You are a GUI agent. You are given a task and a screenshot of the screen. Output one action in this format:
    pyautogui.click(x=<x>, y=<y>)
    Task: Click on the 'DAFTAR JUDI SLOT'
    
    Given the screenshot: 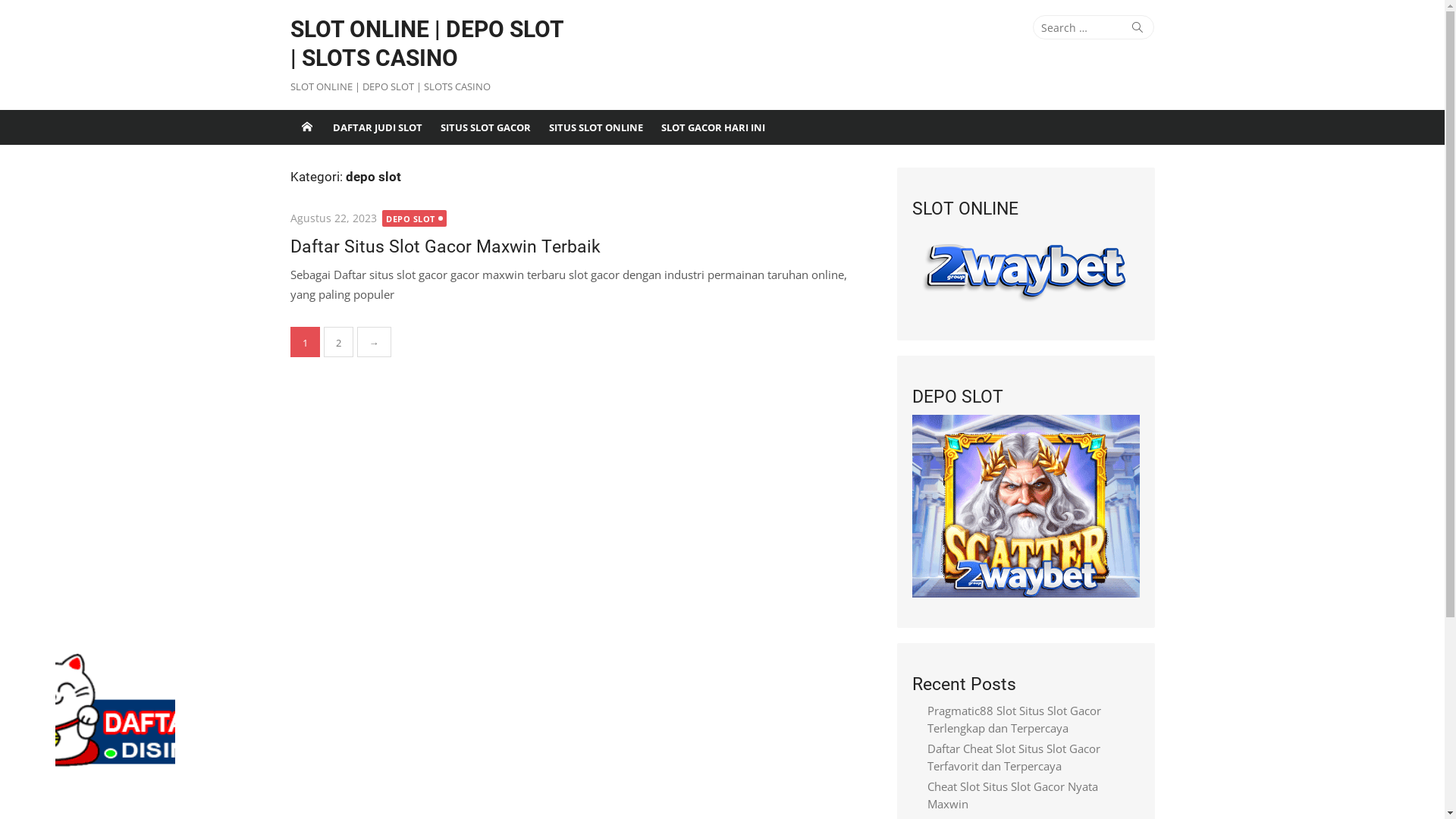 What is the action you would take?
    pyautogui.click(x=377, y=127)
    